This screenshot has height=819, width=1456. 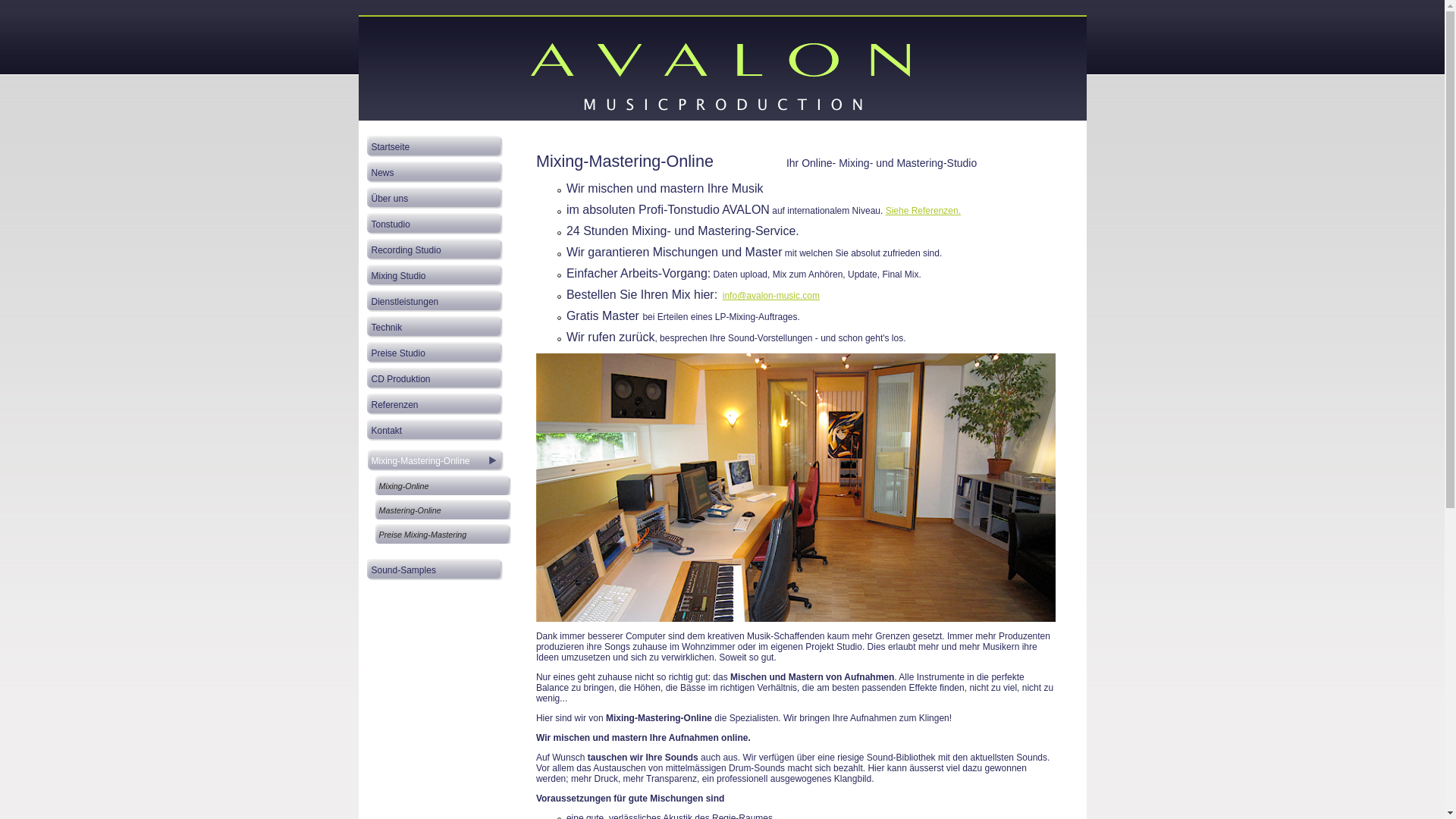 What do you see at coordinates (442, 508) in the screenshot?
I see `'Mastering-Online'` at bounding box center [442, 508].